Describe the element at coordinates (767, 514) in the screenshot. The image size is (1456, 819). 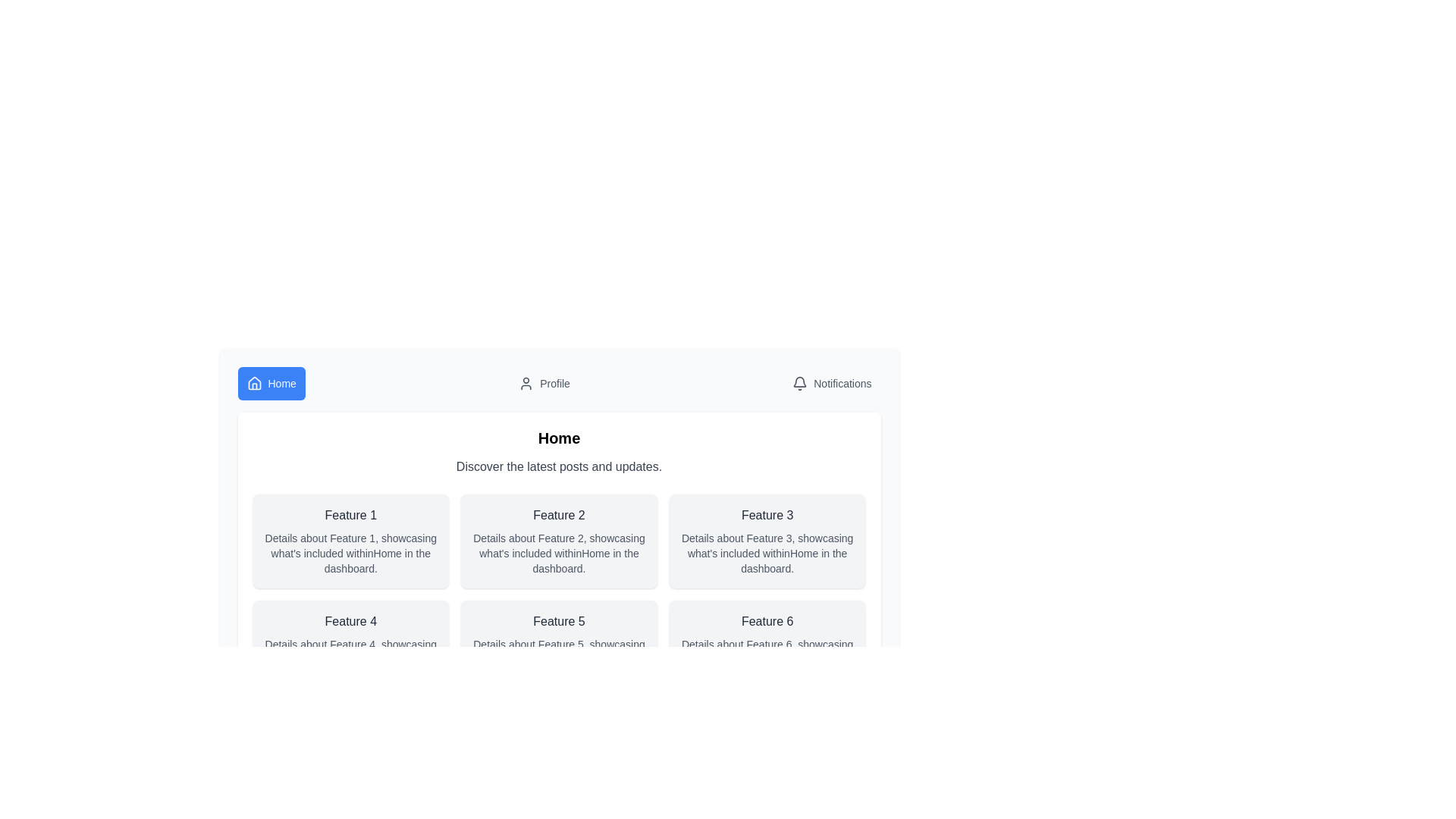
I see `the Static label or text element that serves as the title for 'Feature 3'` at that location.